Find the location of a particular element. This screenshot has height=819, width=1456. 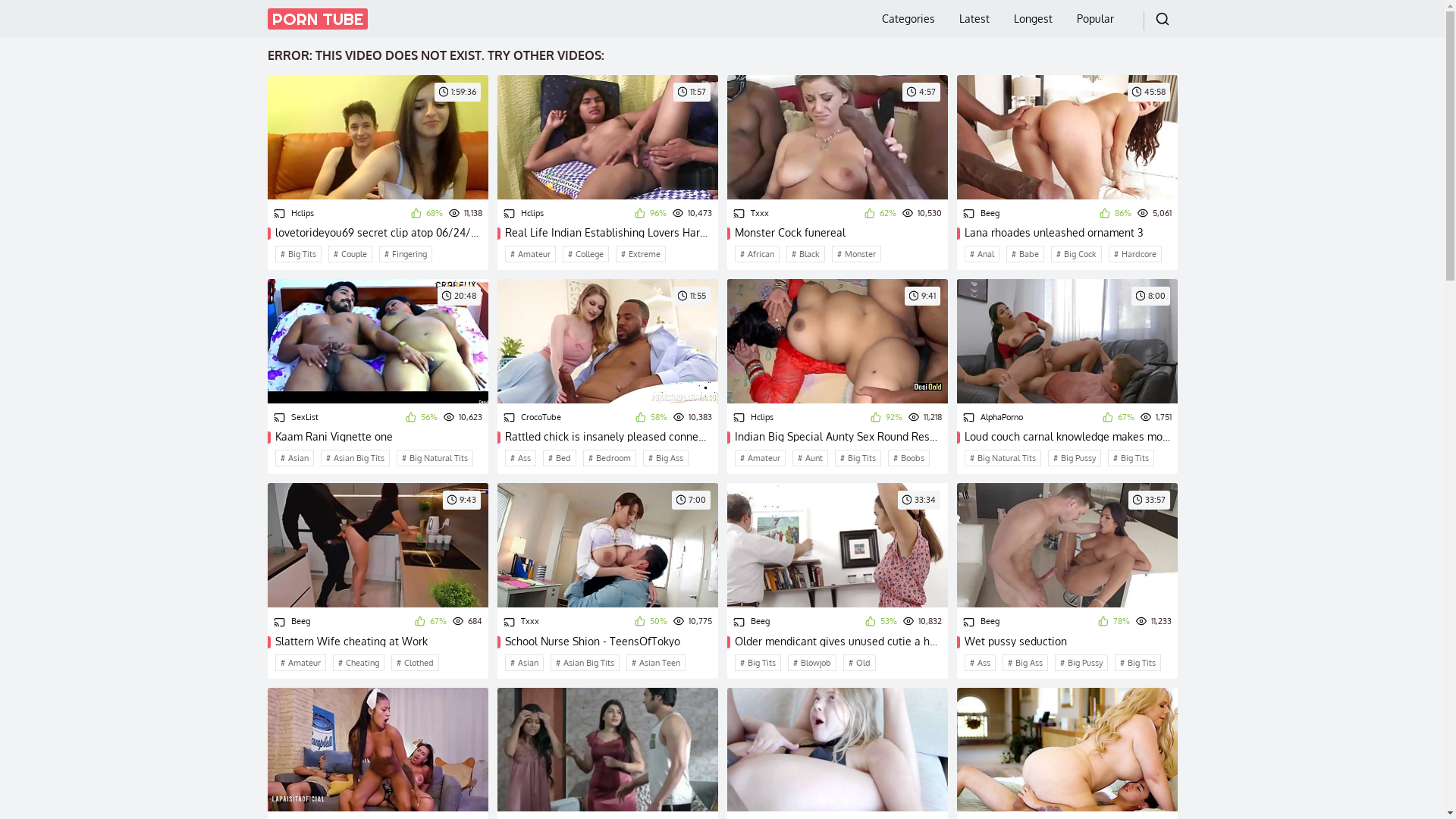

'Aunt' is located at coordinates (808, 457).